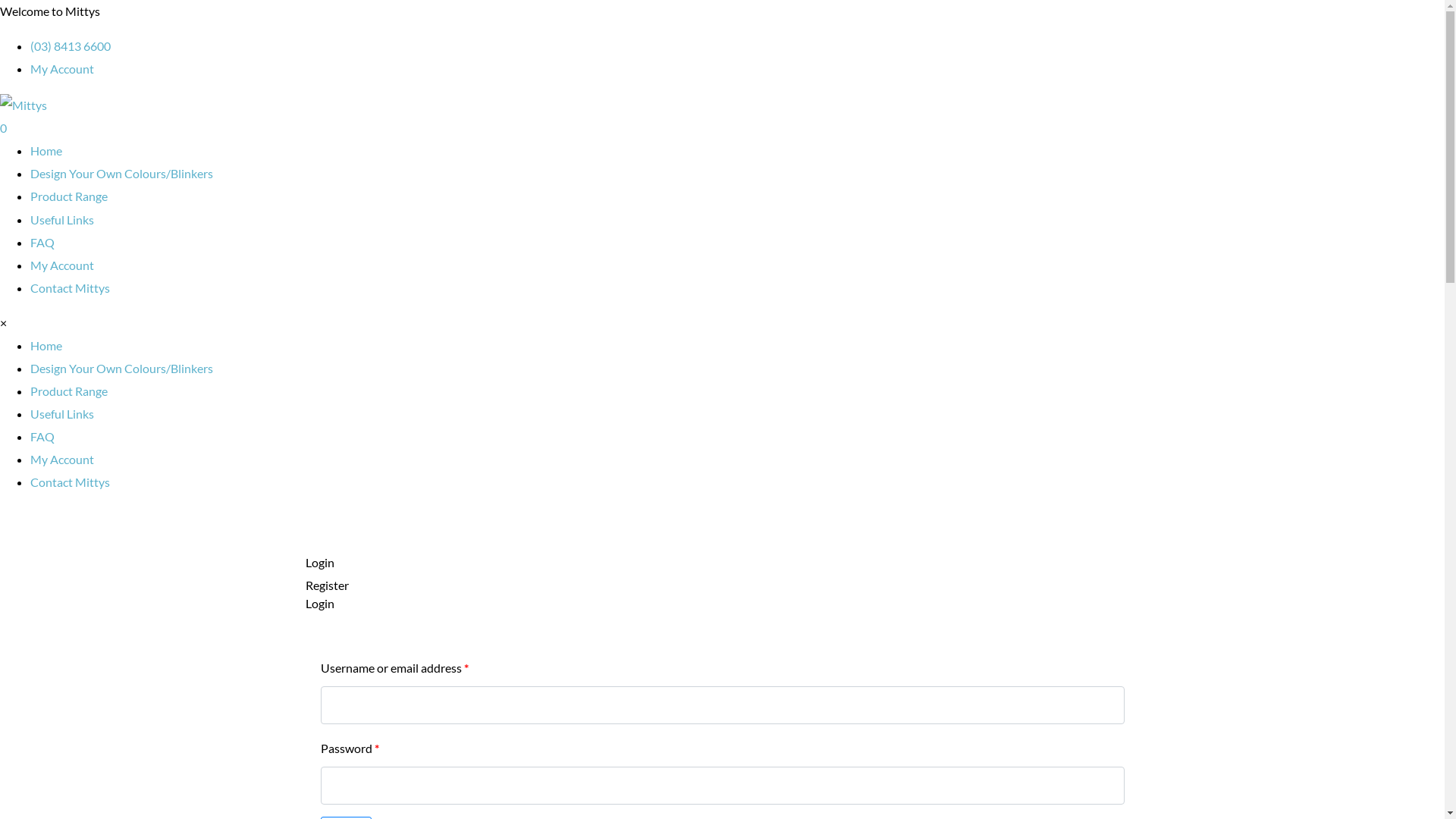  Describe the element at coordinates (30, 436) in the screenshot. I see `'FAQ'` at that location.